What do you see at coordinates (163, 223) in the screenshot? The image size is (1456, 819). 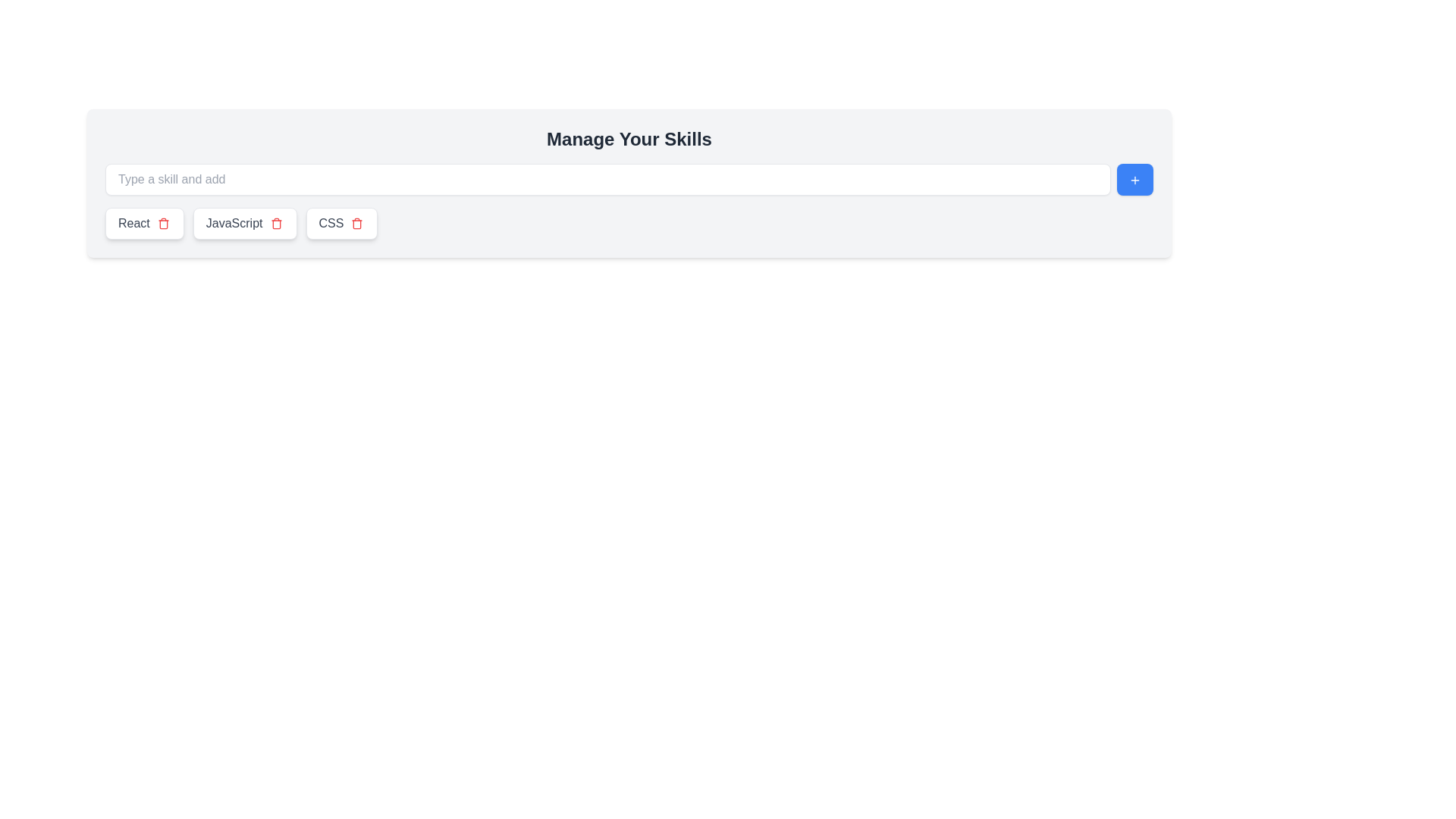 I see `delete icon for the skill React` at bounding box center [163, 223].